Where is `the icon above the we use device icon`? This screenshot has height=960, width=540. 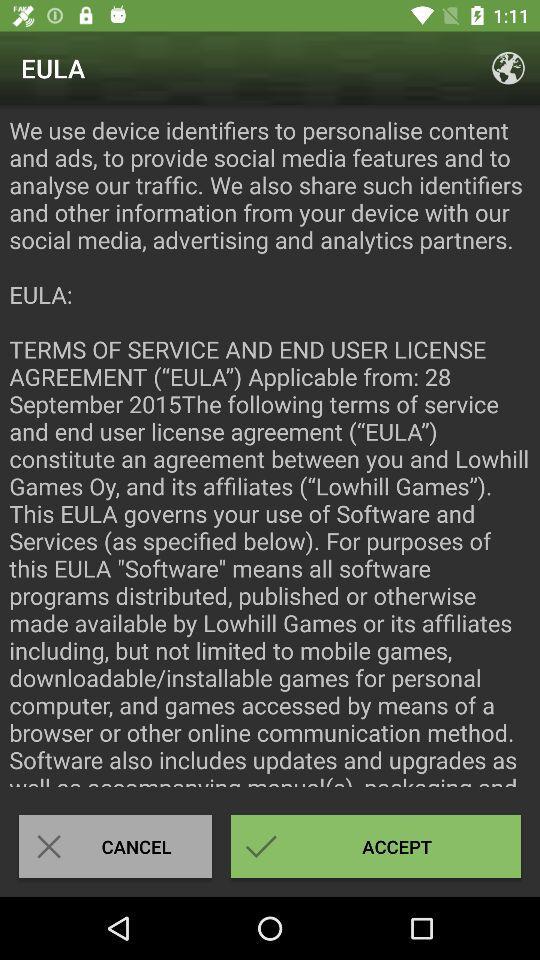
the icon above the we use device icon is located at coordinates (508, 68).